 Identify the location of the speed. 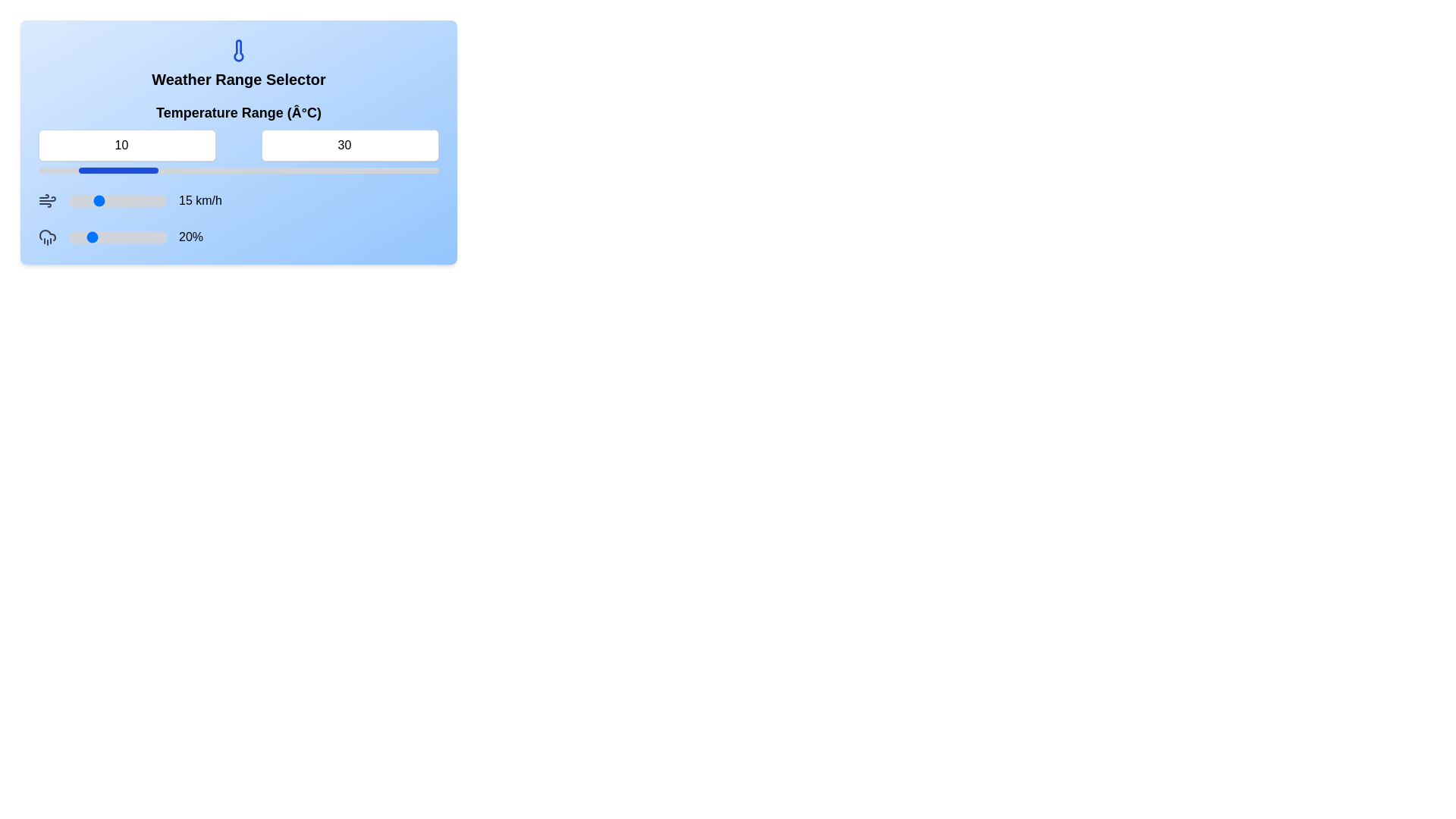
(134, 200).